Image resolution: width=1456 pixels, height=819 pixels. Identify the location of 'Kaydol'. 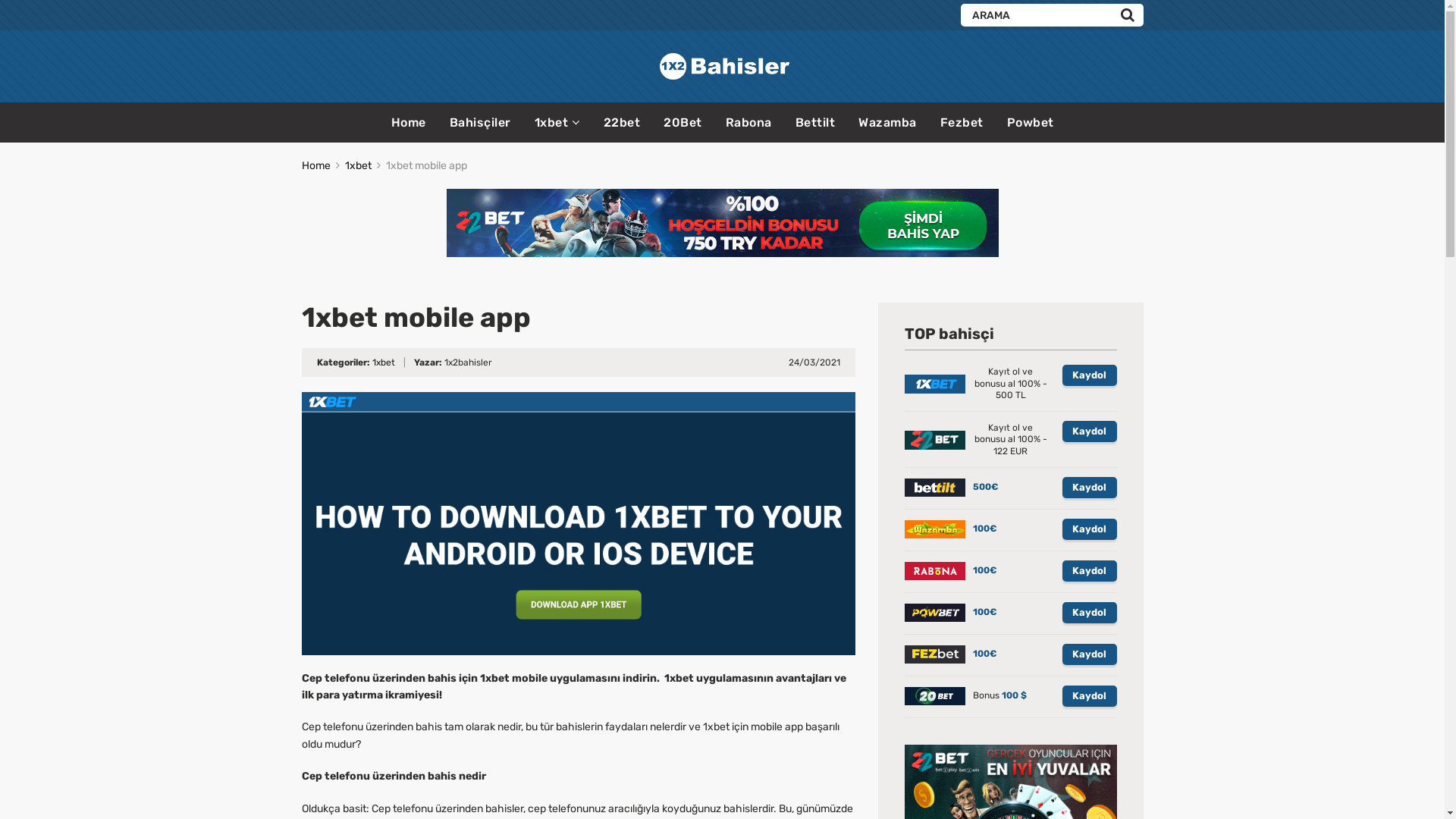
(1087, 696).